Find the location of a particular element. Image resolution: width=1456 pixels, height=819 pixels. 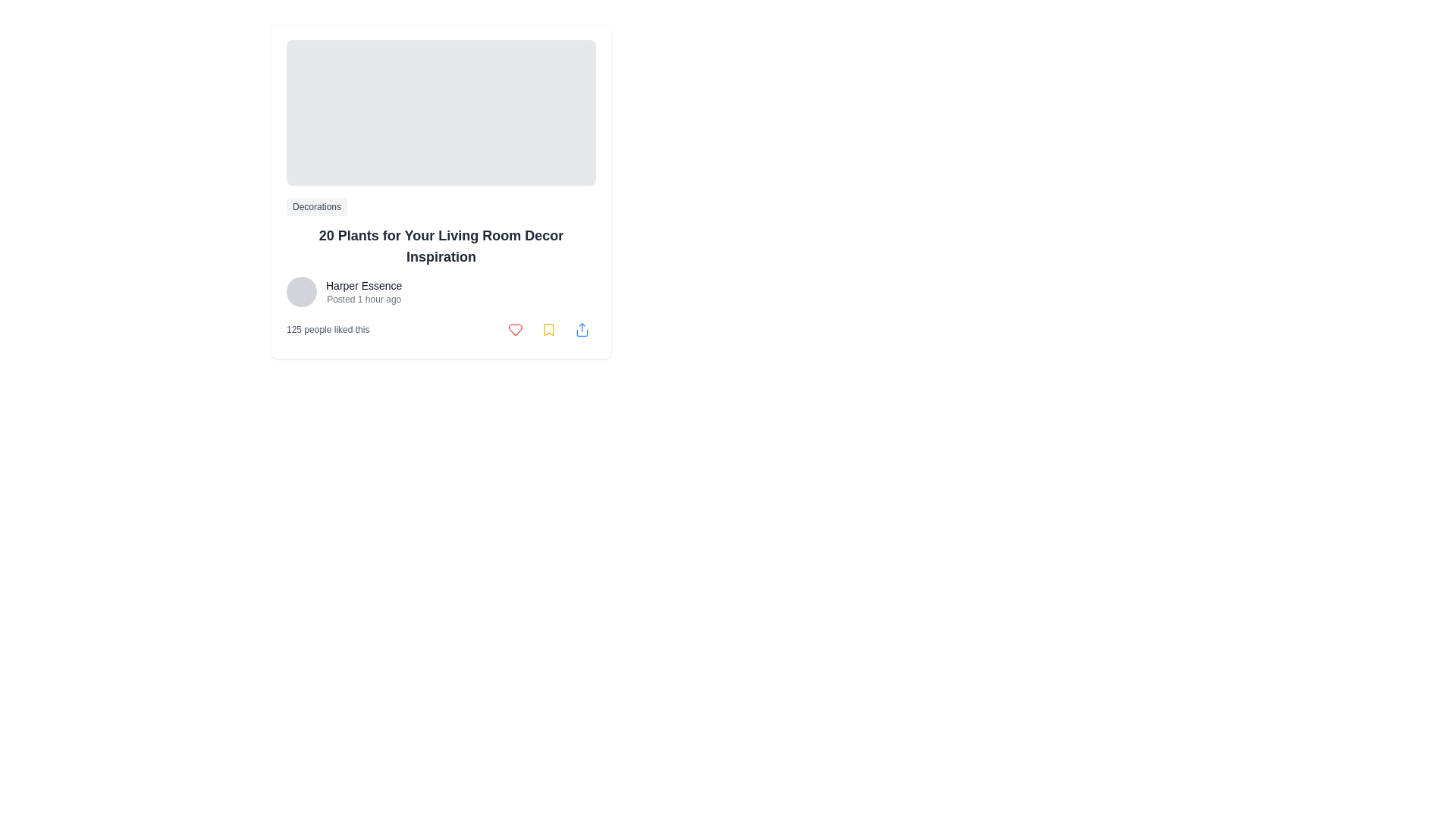

the first button from the left in the group of three interactive icons below the post's content to like or favorite the post is located at coordinates (516, 329).